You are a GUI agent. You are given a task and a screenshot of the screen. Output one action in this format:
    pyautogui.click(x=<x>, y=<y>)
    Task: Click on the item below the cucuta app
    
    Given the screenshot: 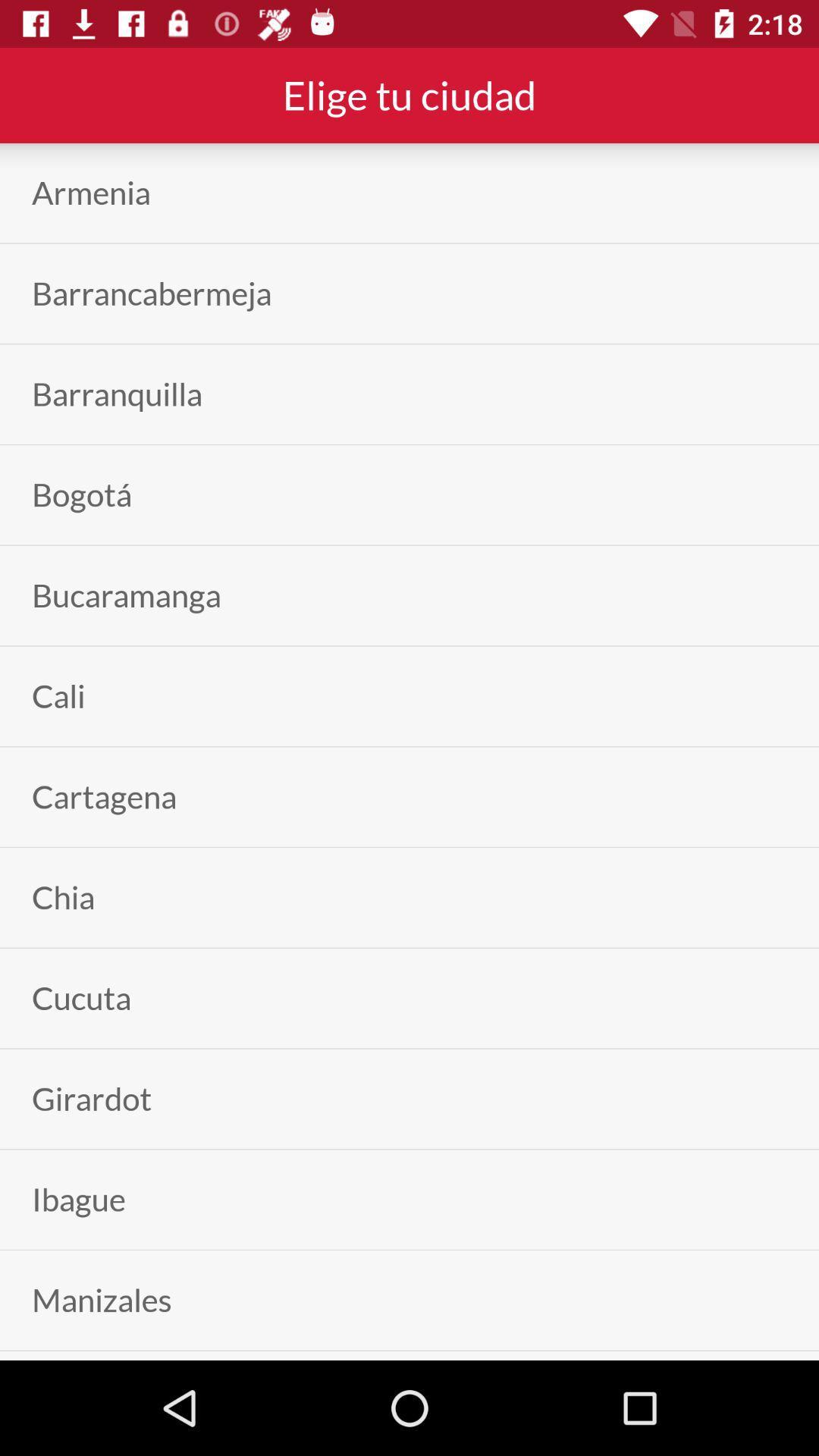 What is the action you would take?
    pyautogui.click(x=92, y=1099)
    